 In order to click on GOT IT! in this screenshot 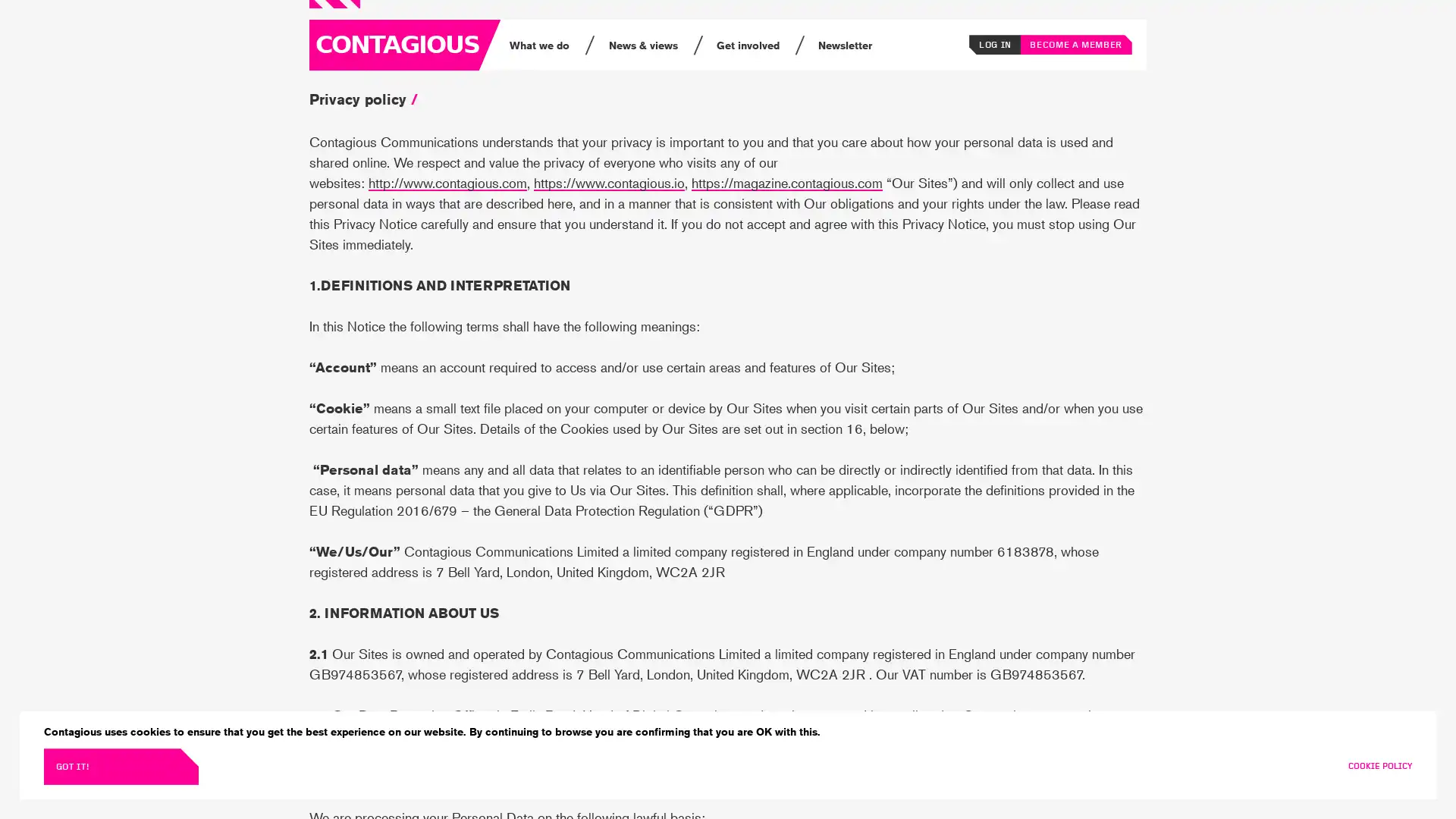, I will do `click(120, 766)`.